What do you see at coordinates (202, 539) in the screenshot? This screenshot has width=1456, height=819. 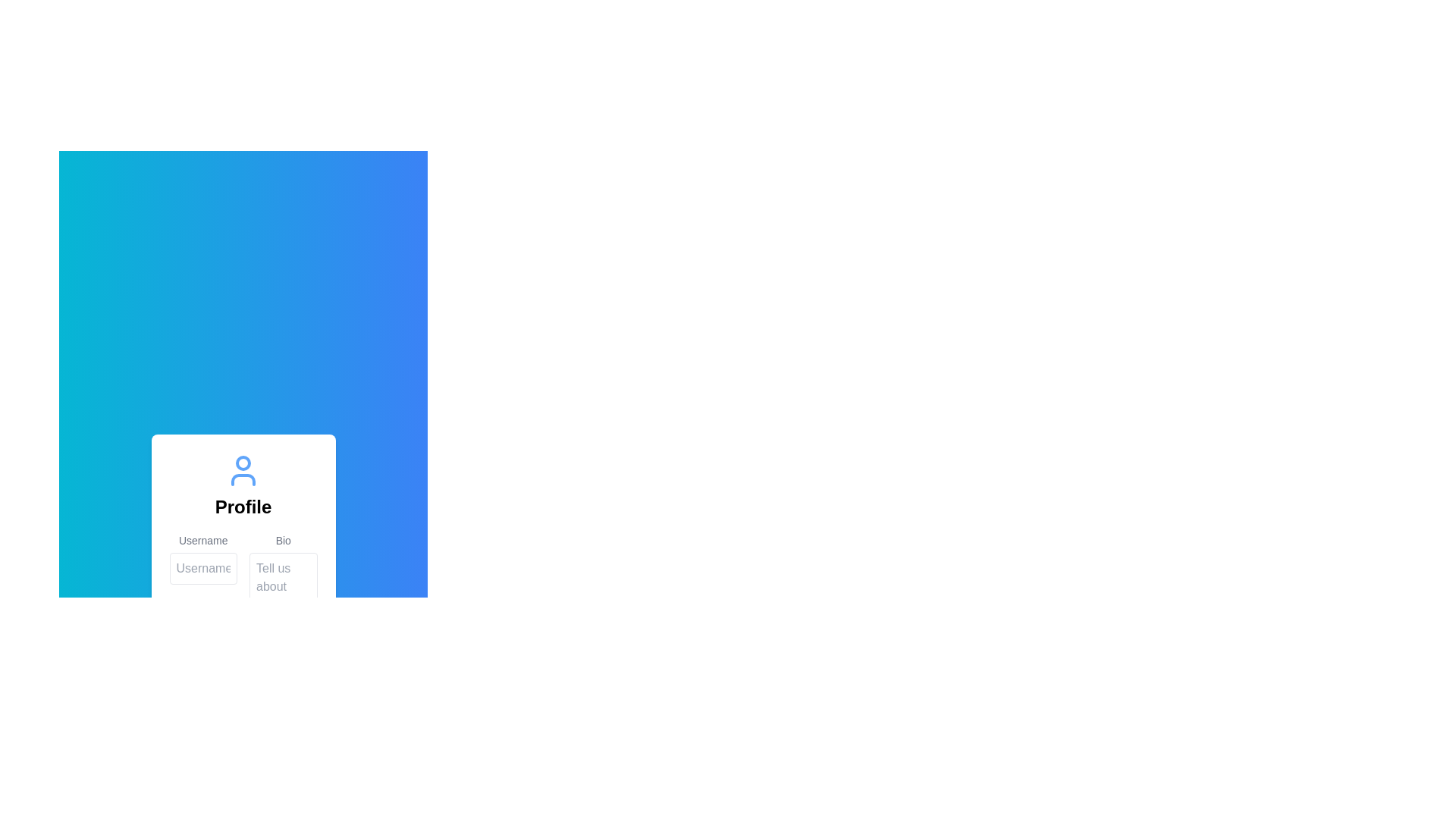 I see `the static text label that provides context for the 'Username' input field` at bounding box center [202, 539].